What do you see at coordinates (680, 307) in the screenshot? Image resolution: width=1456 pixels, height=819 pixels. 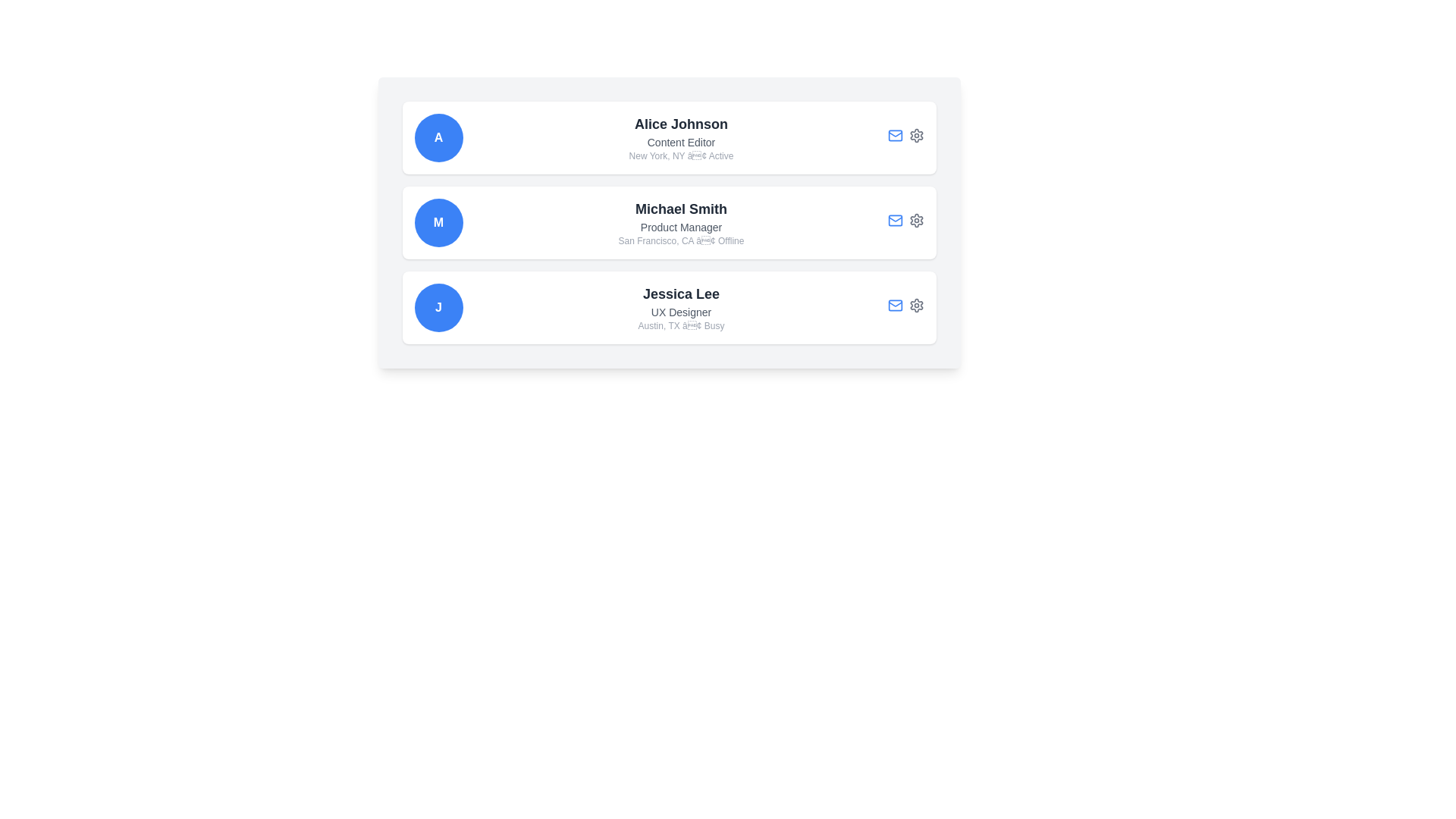 I see `the Text Content Block that contains the name 'Jessica Lee', the title 'UX Designer', and the location 'Austin, TX Busy', located in the third card of a vertical list` at bounding box center [680, 307].